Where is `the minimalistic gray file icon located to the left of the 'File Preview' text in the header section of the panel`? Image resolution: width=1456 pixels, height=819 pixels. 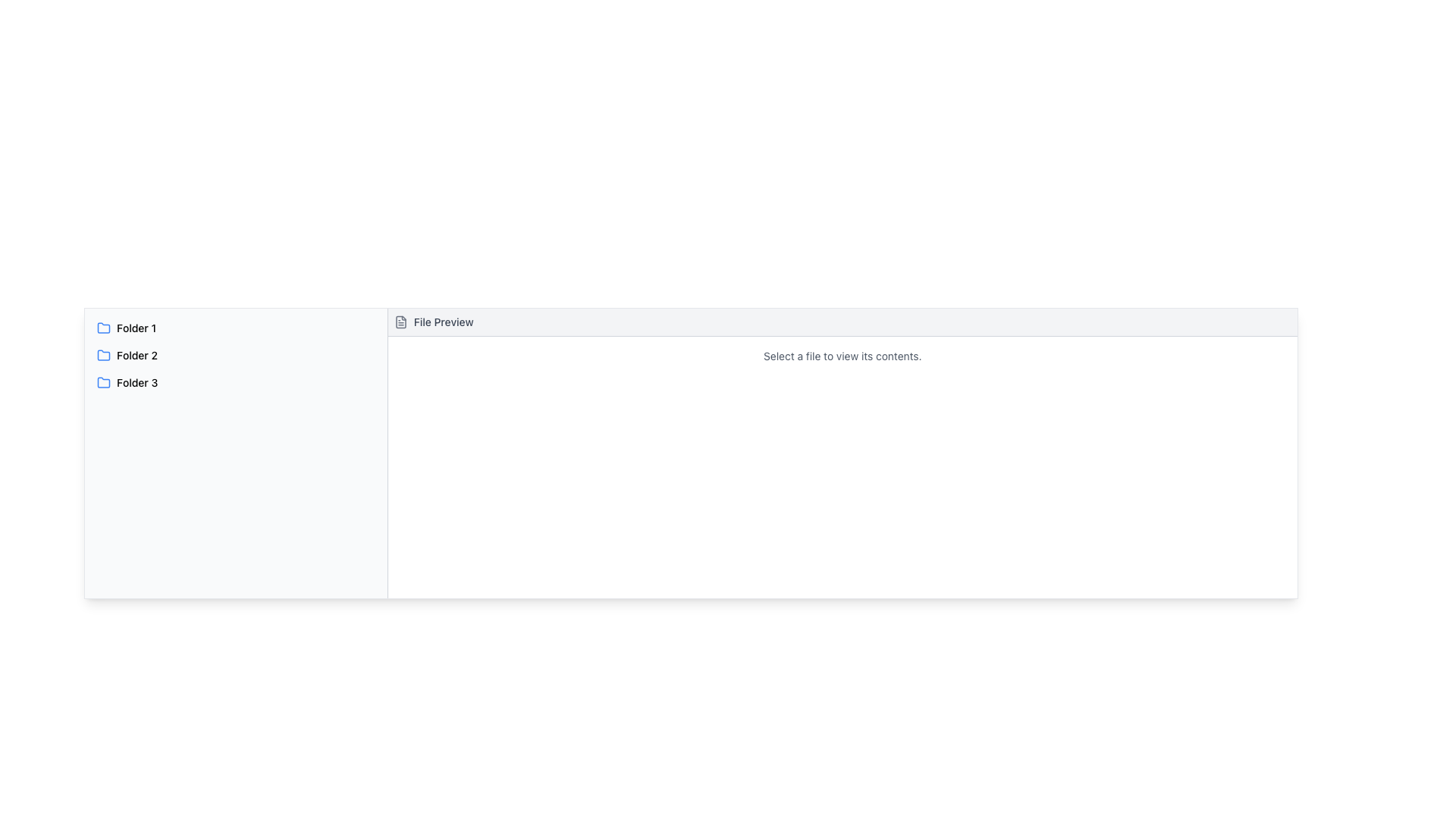 the minimalistic gray file icon located to the left of the 'File Preview' text in the header section of the panel is located at coordinates (400, 321).